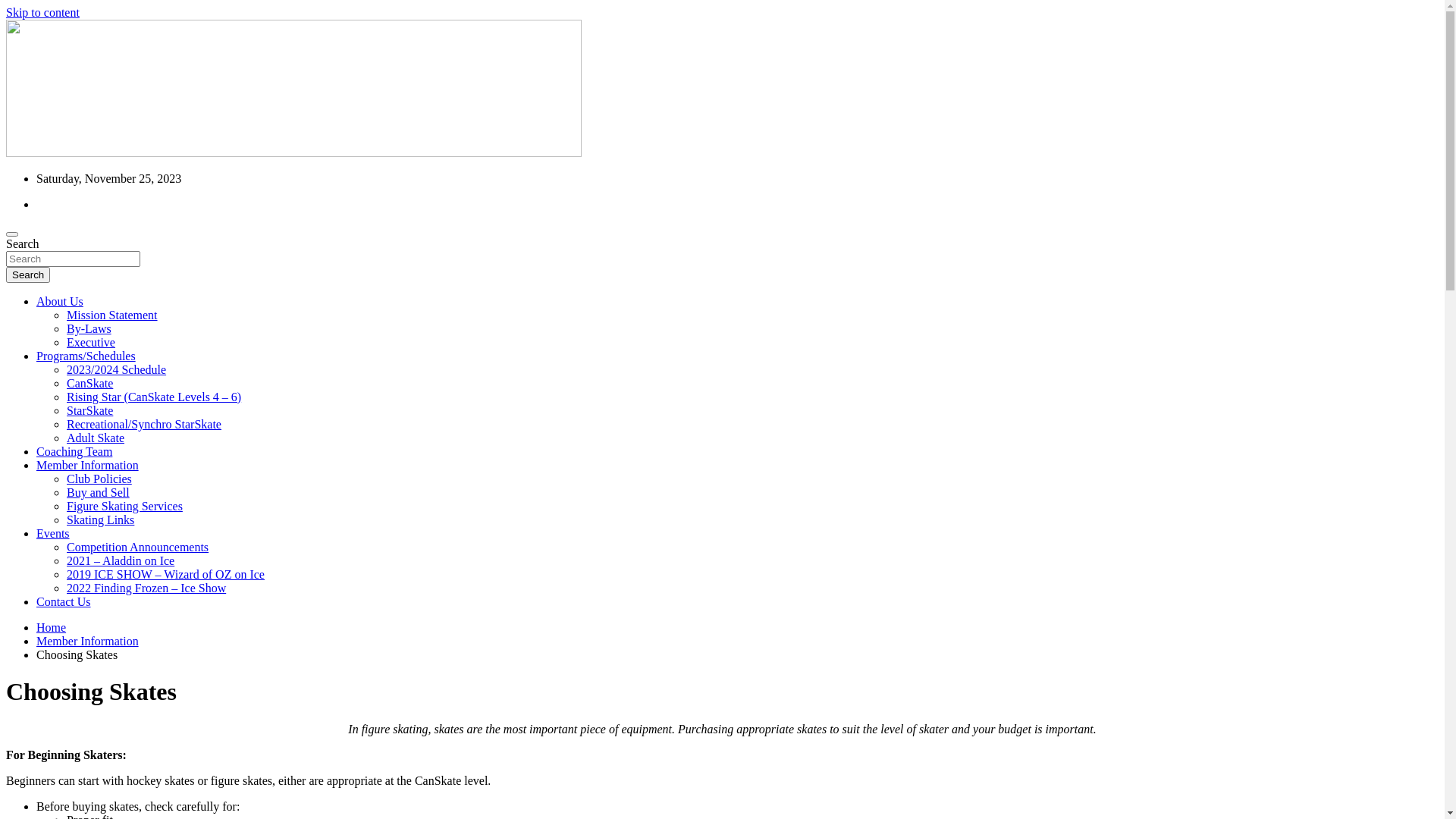  What do you see at coordinates (89, 382) in the screenshot?
I see `'CanSkate'` at bounding box center [89, 382].